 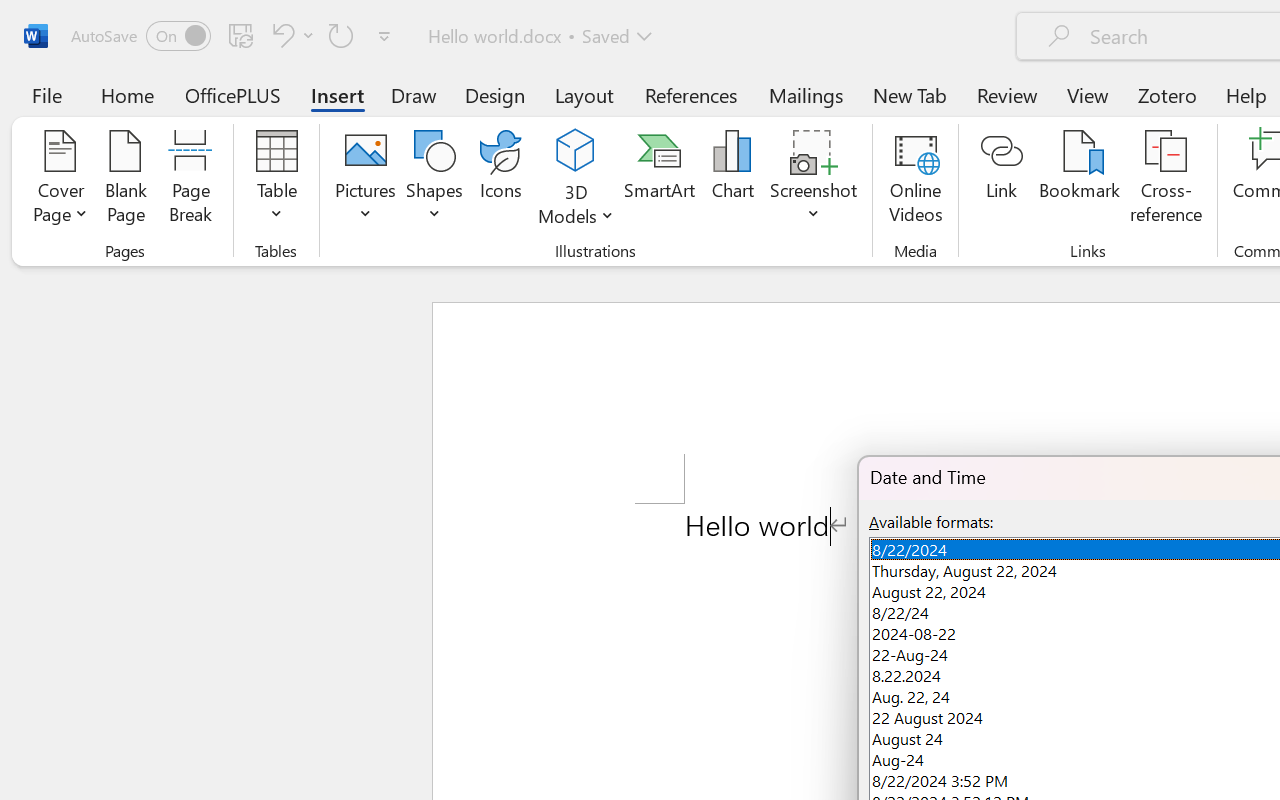 I want to click on 'AutoSave', so click(x=139, y=35).